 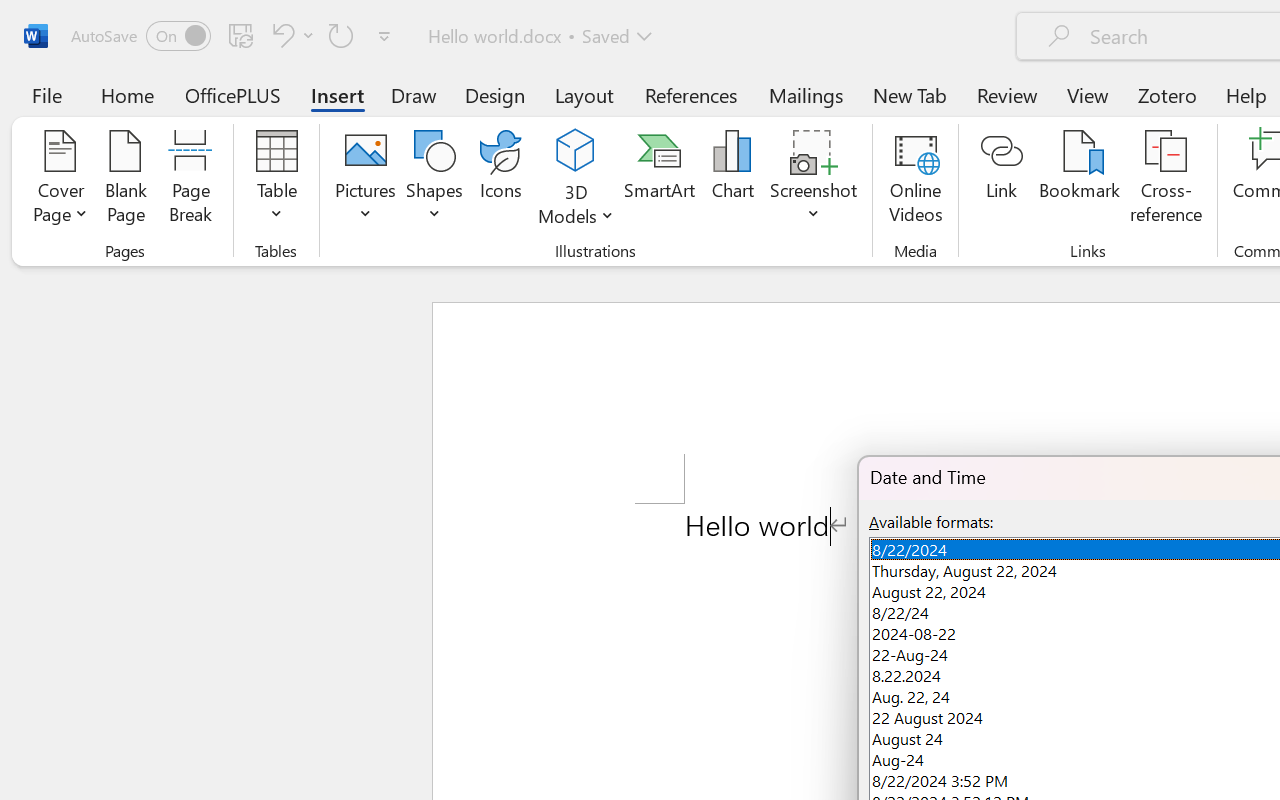 I want to click on 'AutoSave', so click(x=139, y=35).